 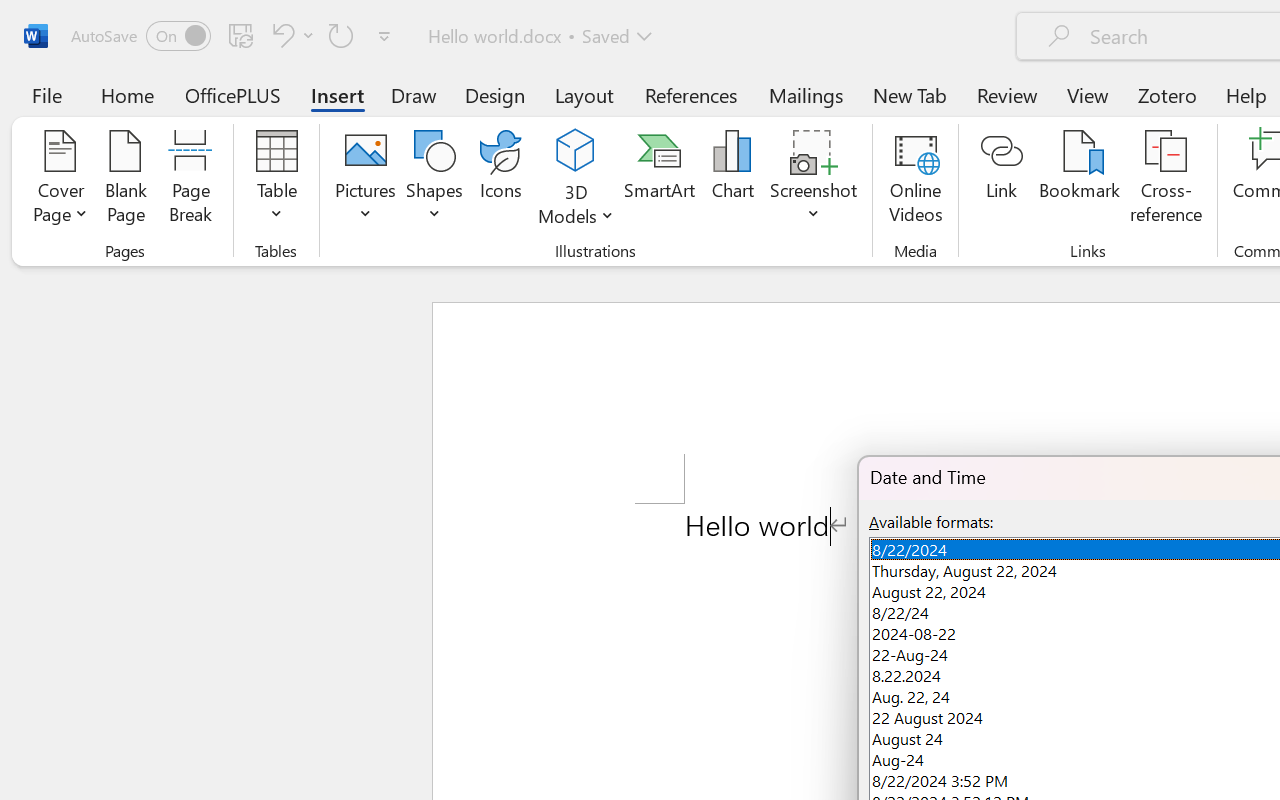 I want to click on 'AutoSave', so click(x=139, y=35).